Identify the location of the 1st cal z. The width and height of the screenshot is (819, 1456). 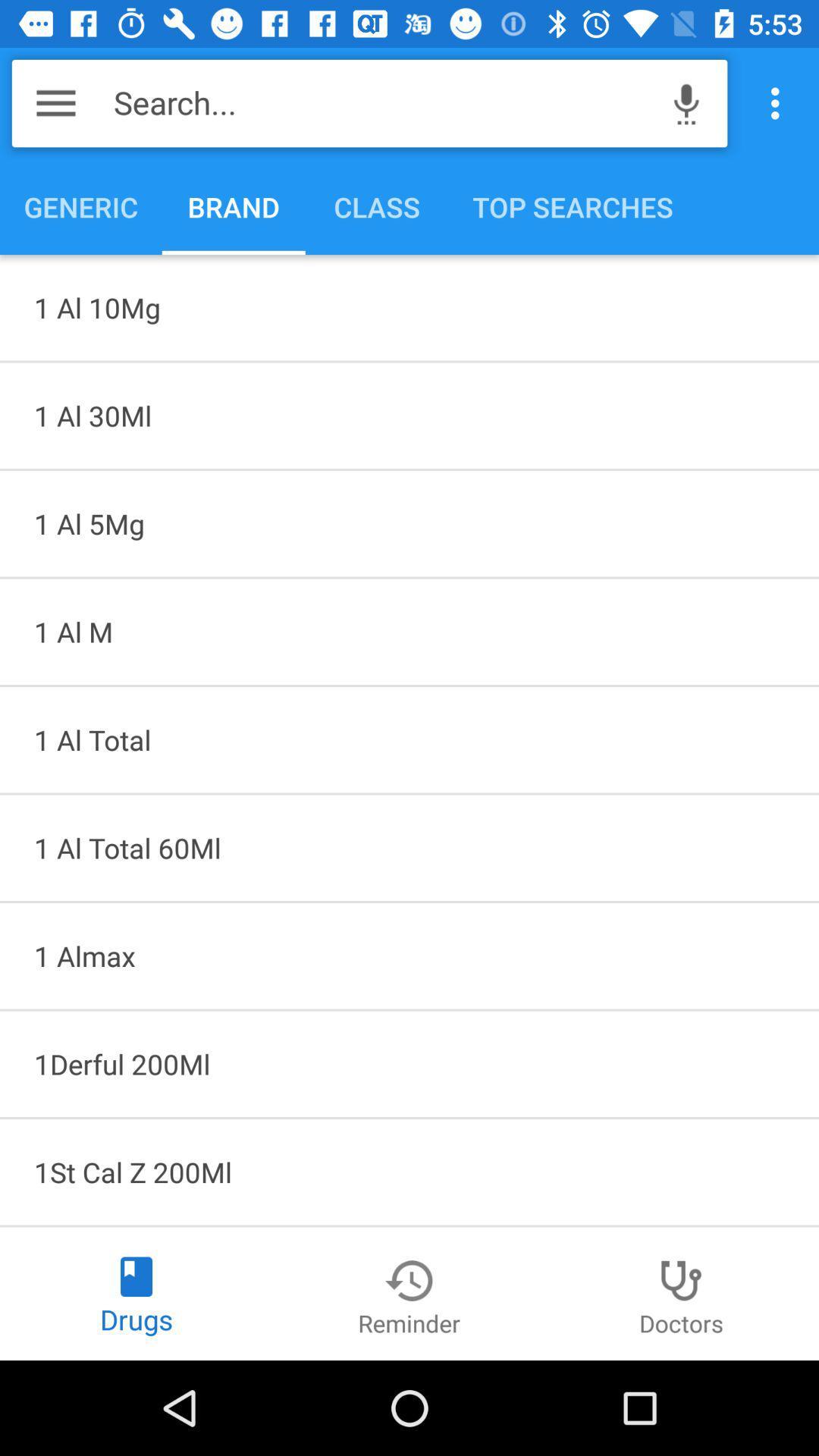
(409, 1171).